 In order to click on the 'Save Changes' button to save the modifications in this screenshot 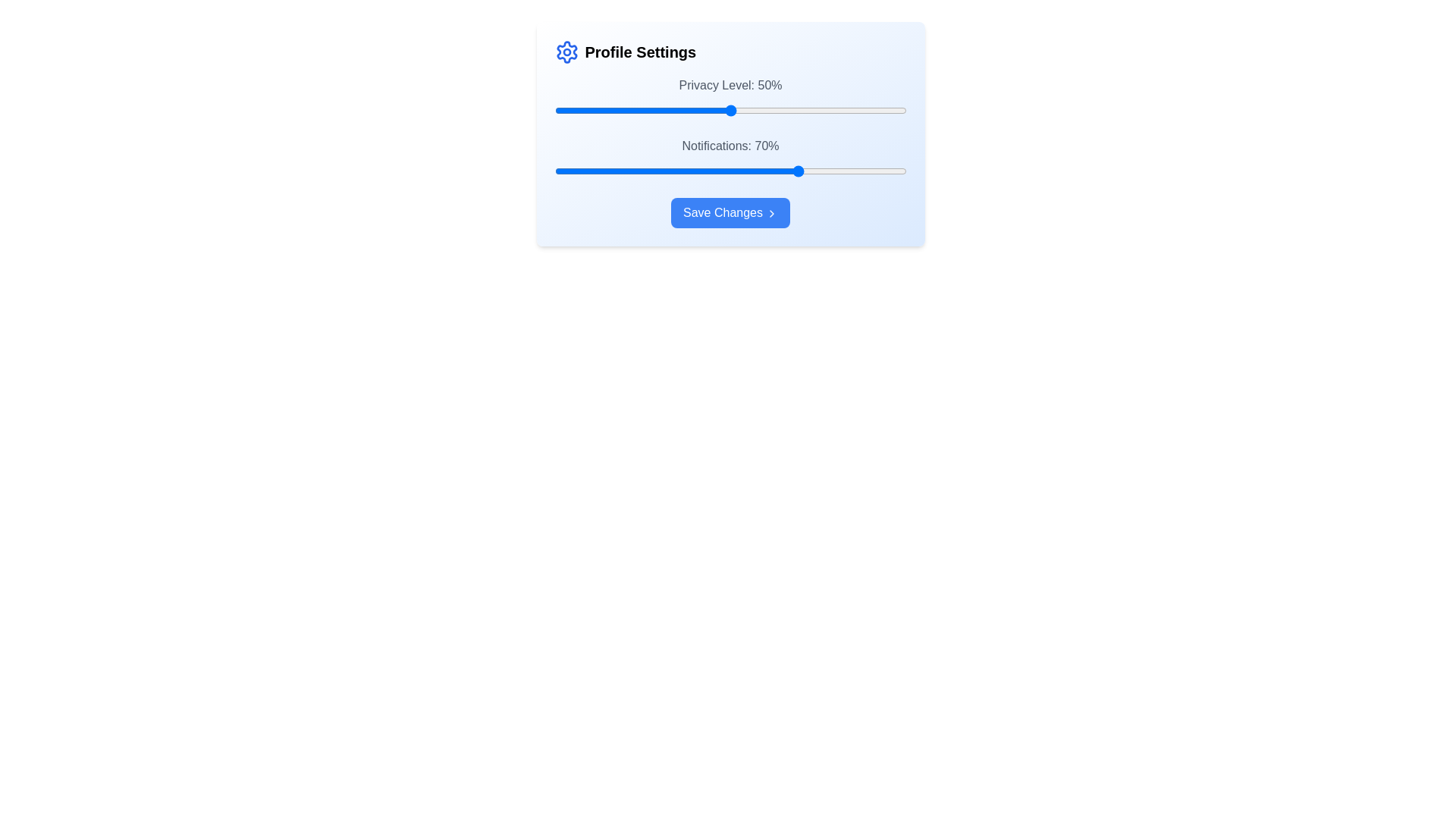, I will do `click(730, 213)`.